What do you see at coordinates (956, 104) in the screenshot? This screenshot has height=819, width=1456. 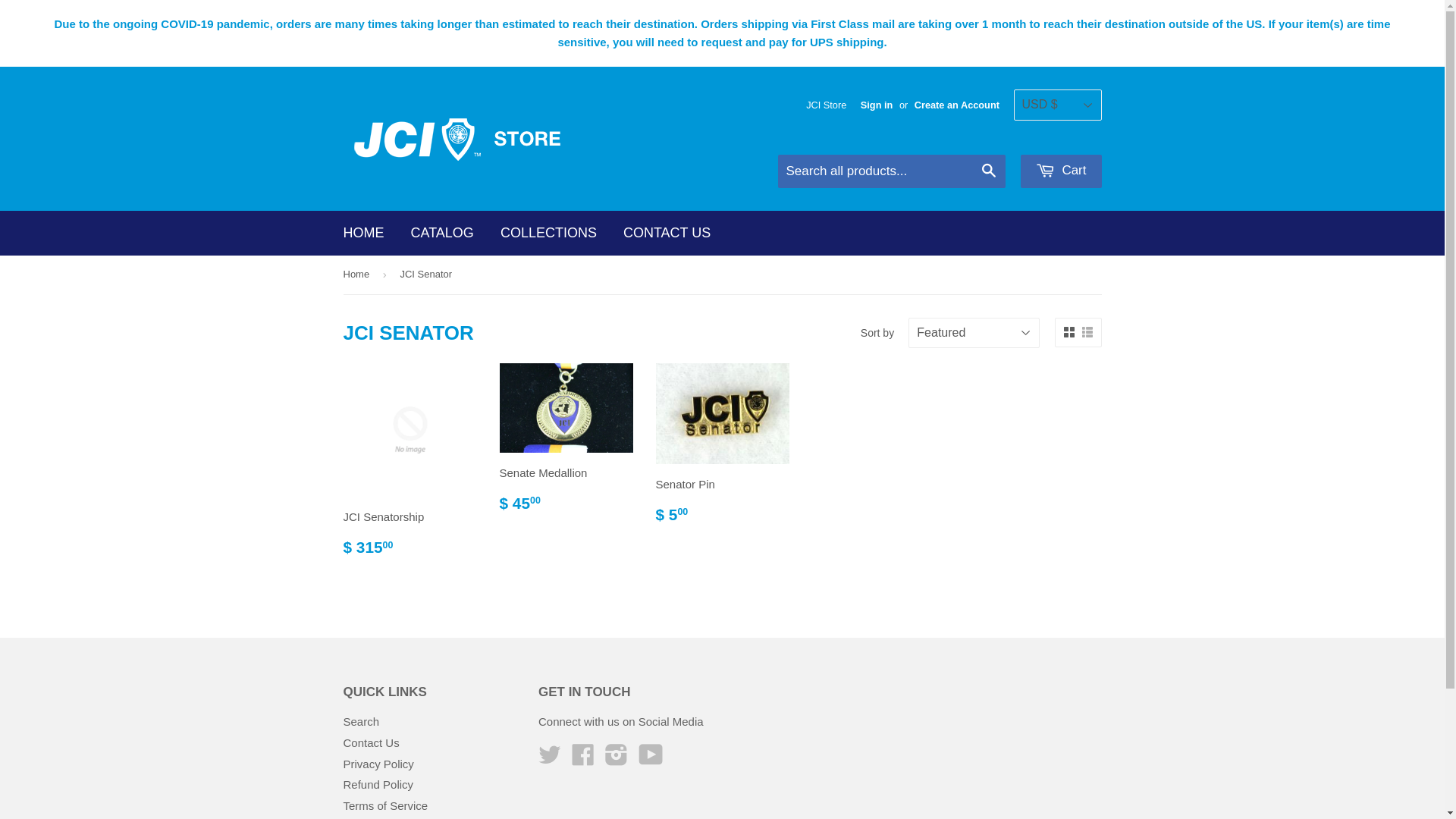 I see `'Create an Account'` at bounding box center [956, 104].